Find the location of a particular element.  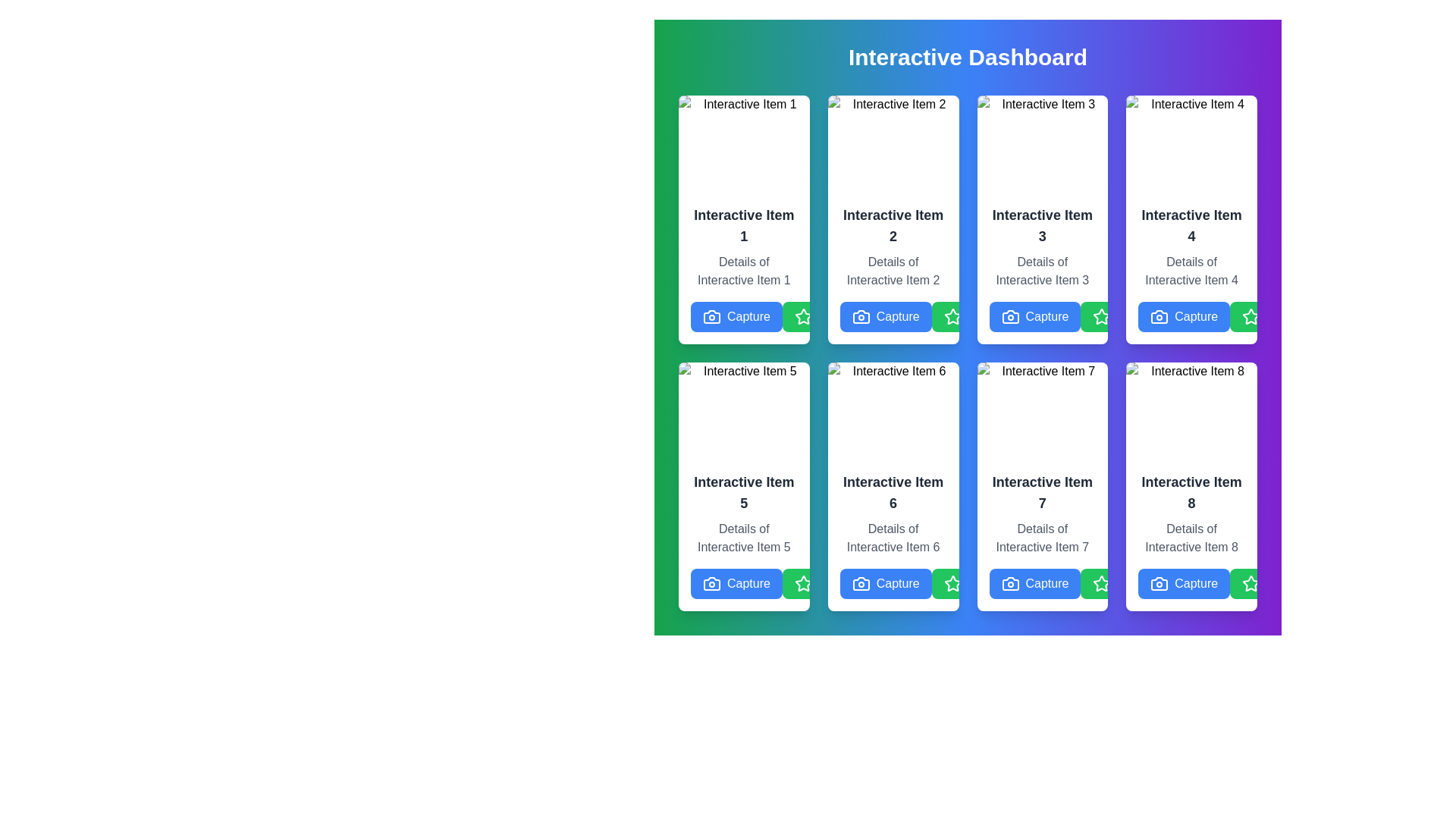

the favorite button located at the bottom-right corner of the card labeled 'Interactive Item 4' is located at coordinates (1276, 315).